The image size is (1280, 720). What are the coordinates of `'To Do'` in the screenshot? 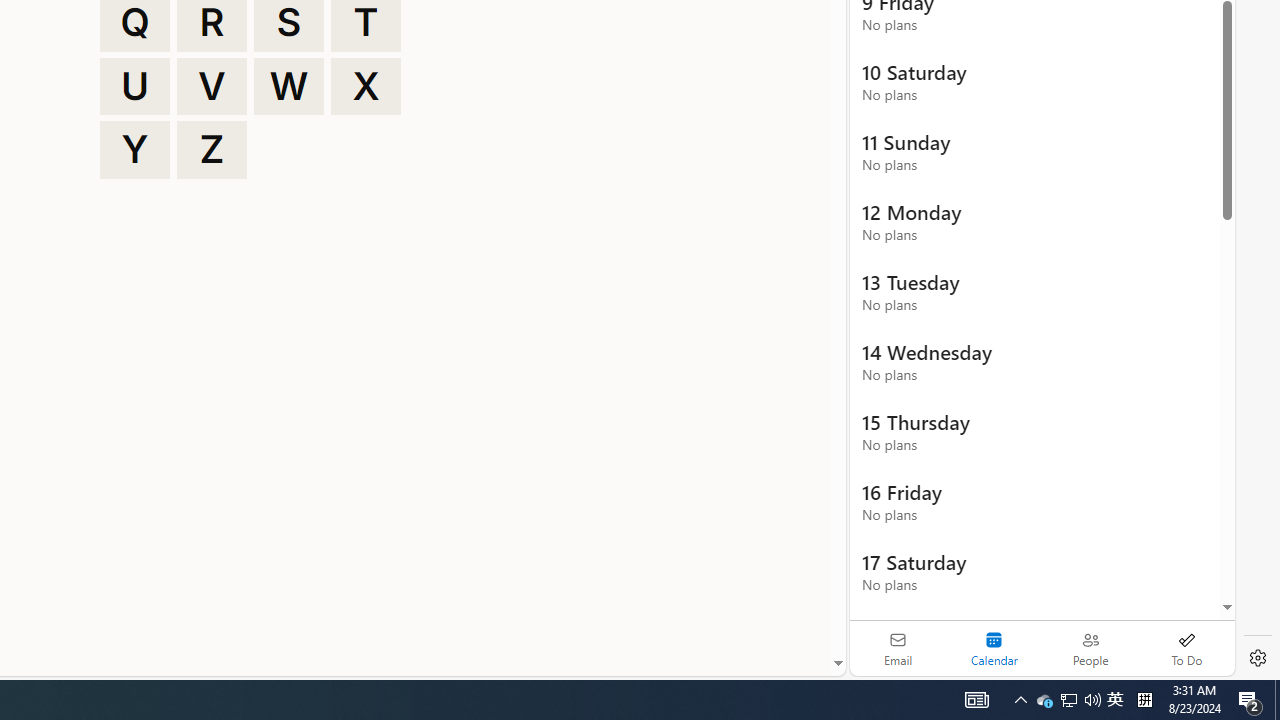 It's located at (1186, 648).